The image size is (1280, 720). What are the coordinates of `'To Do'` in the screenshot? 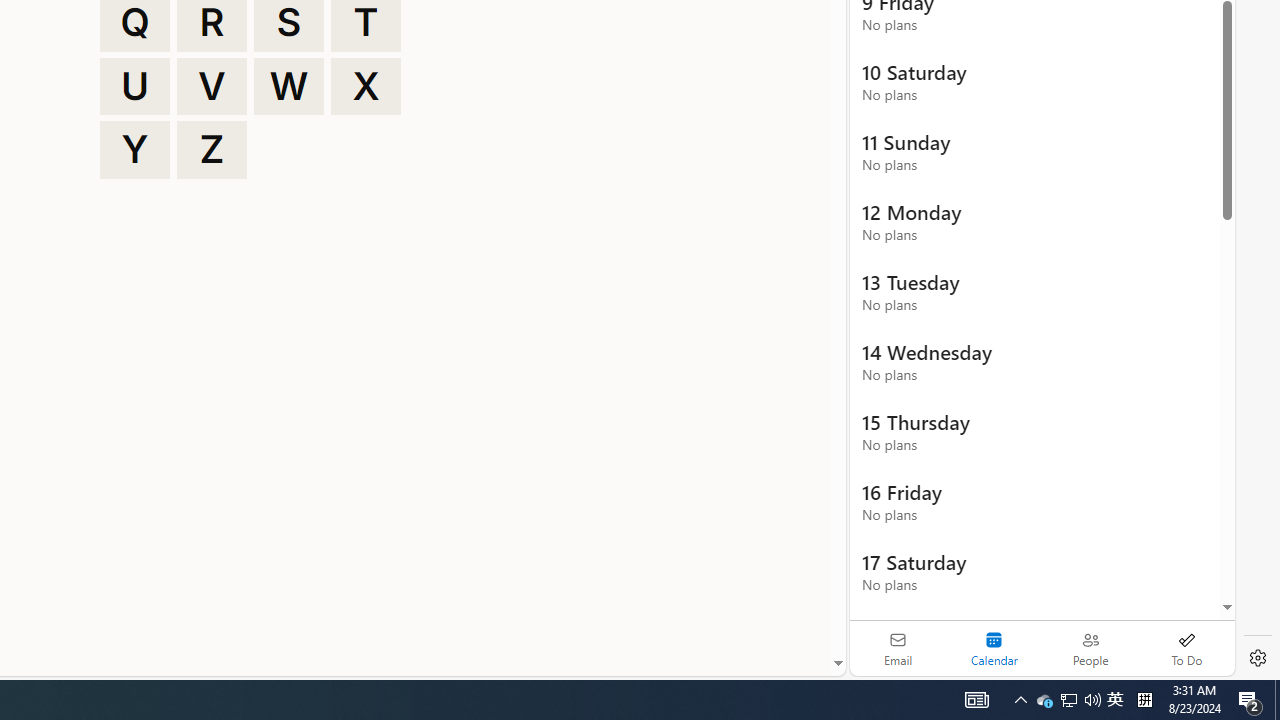 It's located at (1186, 648).